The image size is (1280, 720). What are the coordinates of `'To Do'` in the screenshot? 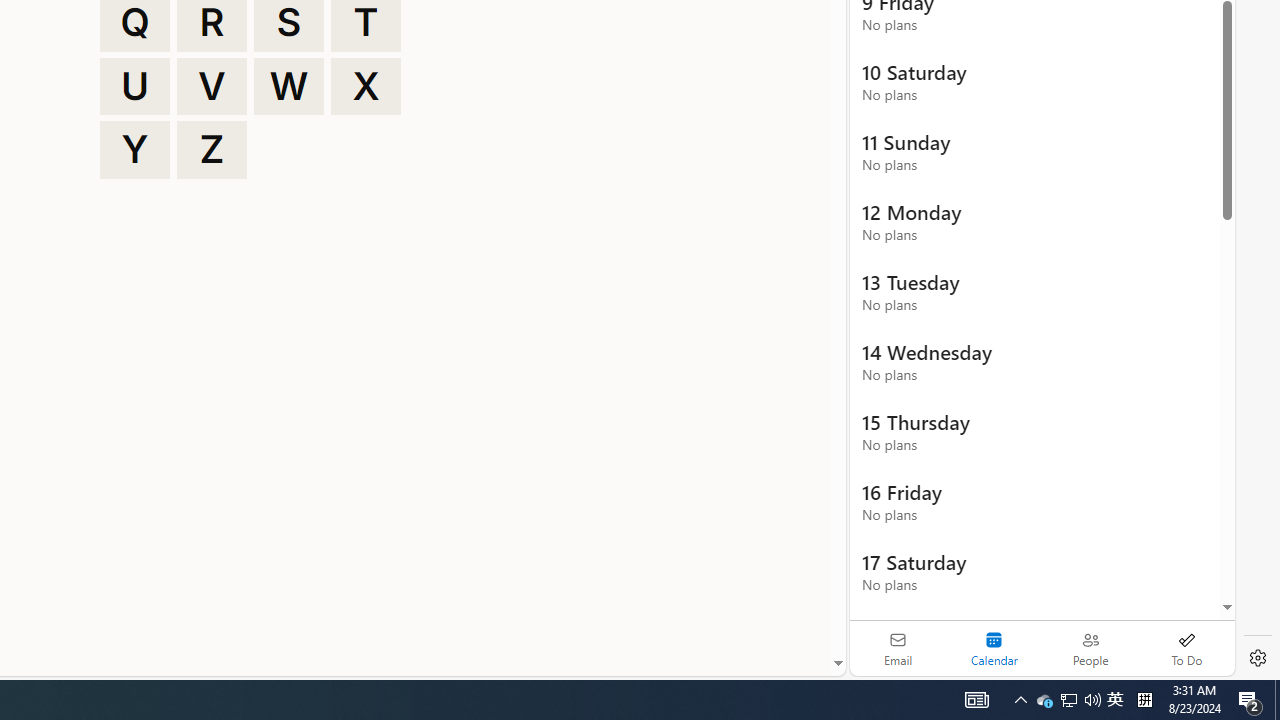 It's located at (1186, 648).